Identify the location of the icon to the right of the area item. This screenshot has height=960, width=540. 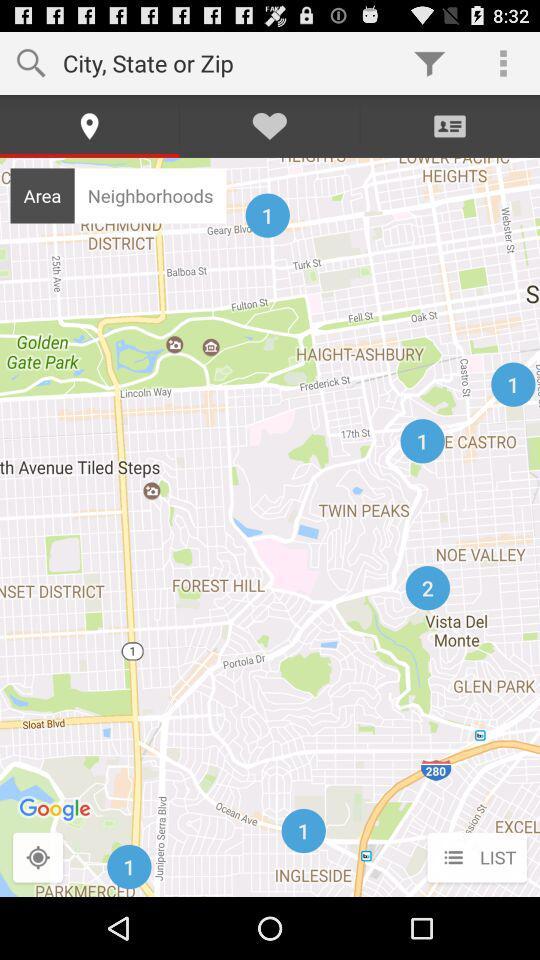
(149, 195).